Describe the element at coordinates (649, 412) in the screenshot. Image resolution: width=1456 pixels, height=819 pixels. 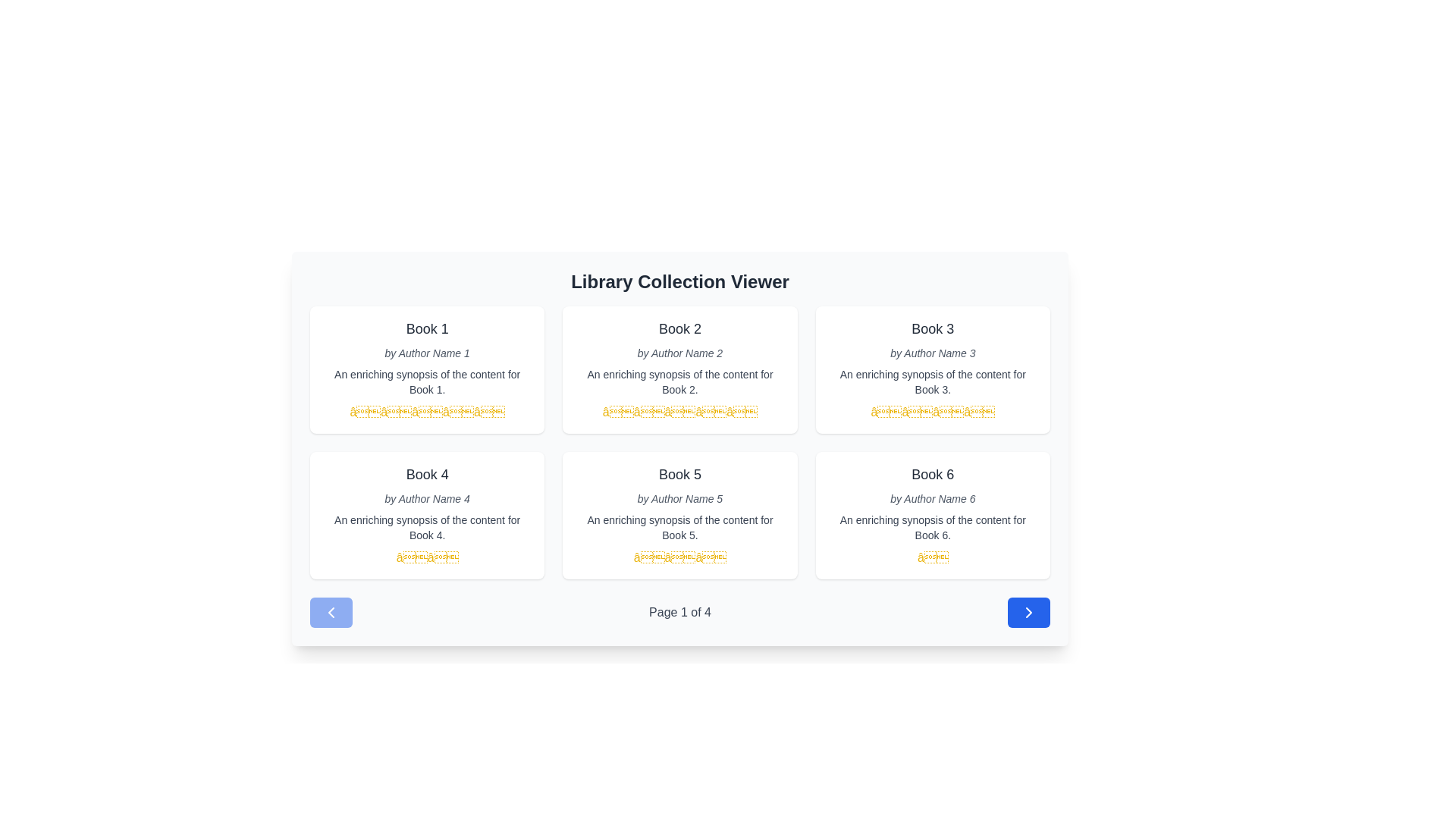
I see `the second star in the five-star rating display located in the second book display card of the Library Collection Viewer interface` at that location.